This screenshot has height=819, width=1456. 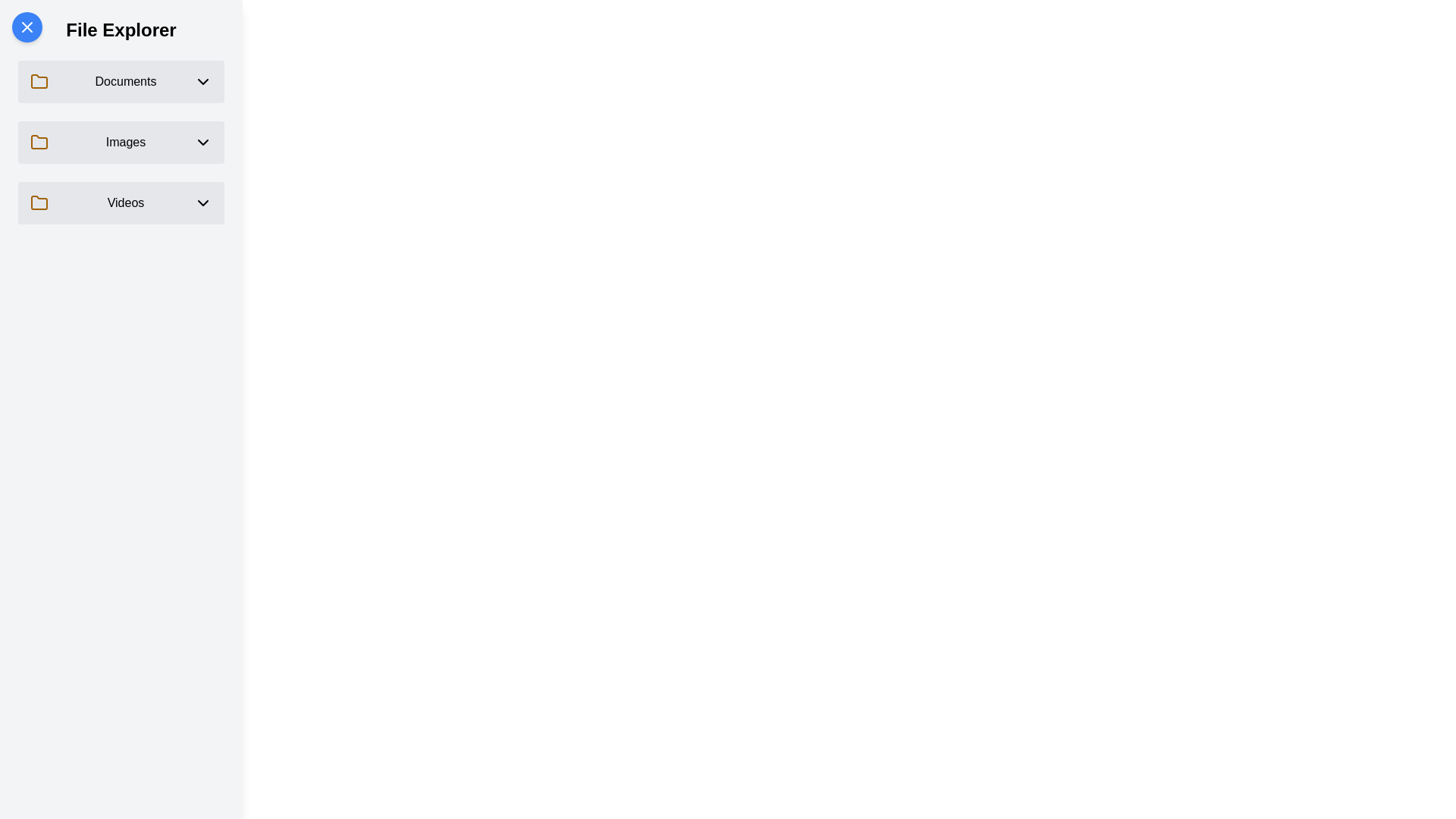 What do you see at coordinates (27, 27) in the screenshot?
I see `the 'X' icon, which is a close/dismissor icon styled as a line drawing within a blue circular background, located at the top-left corner of the interface` at bounding box center [27, 27].